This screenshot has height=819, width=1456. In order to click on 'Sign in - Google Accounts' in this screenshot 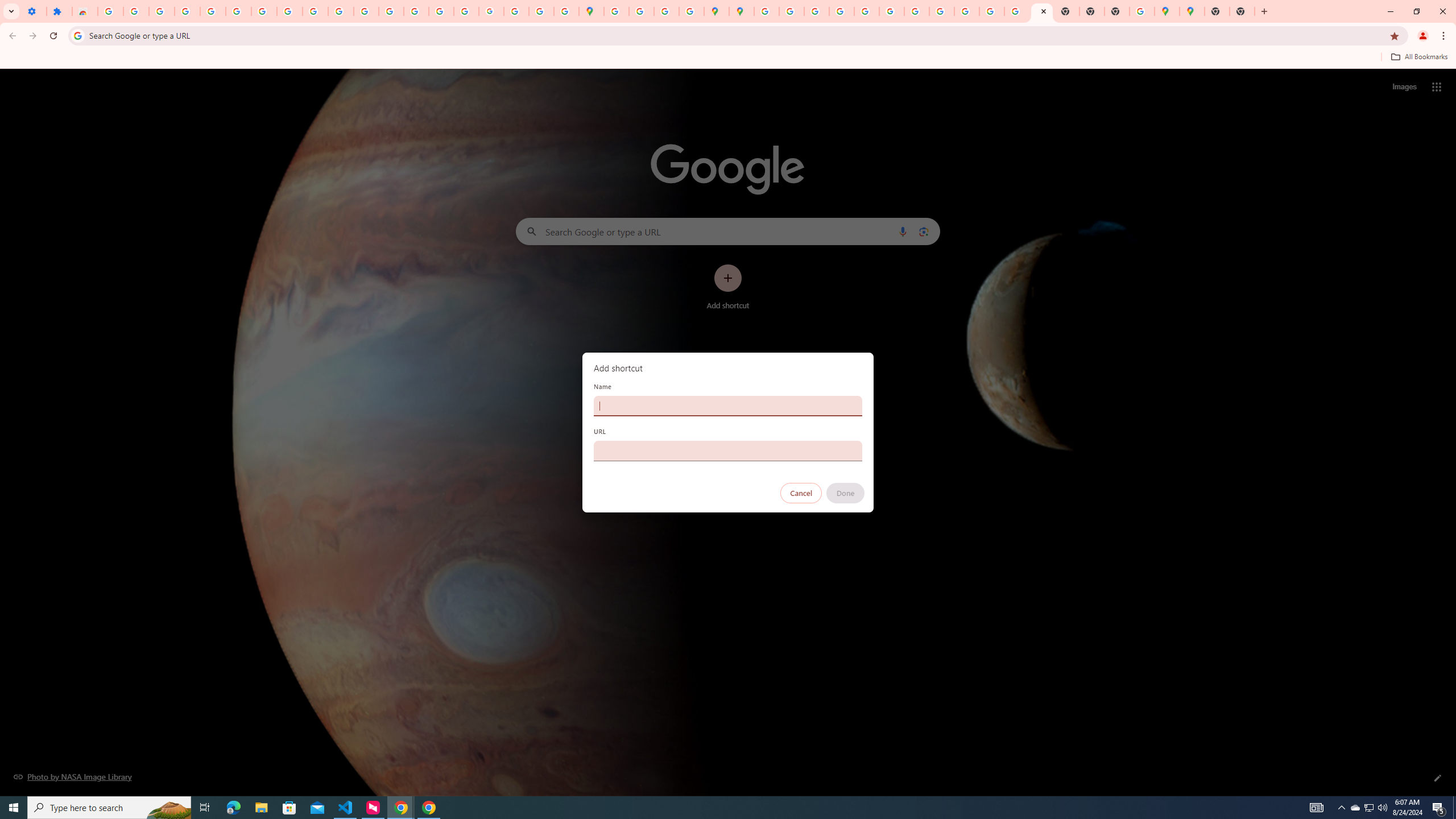, I will do `click(110, 11)`.